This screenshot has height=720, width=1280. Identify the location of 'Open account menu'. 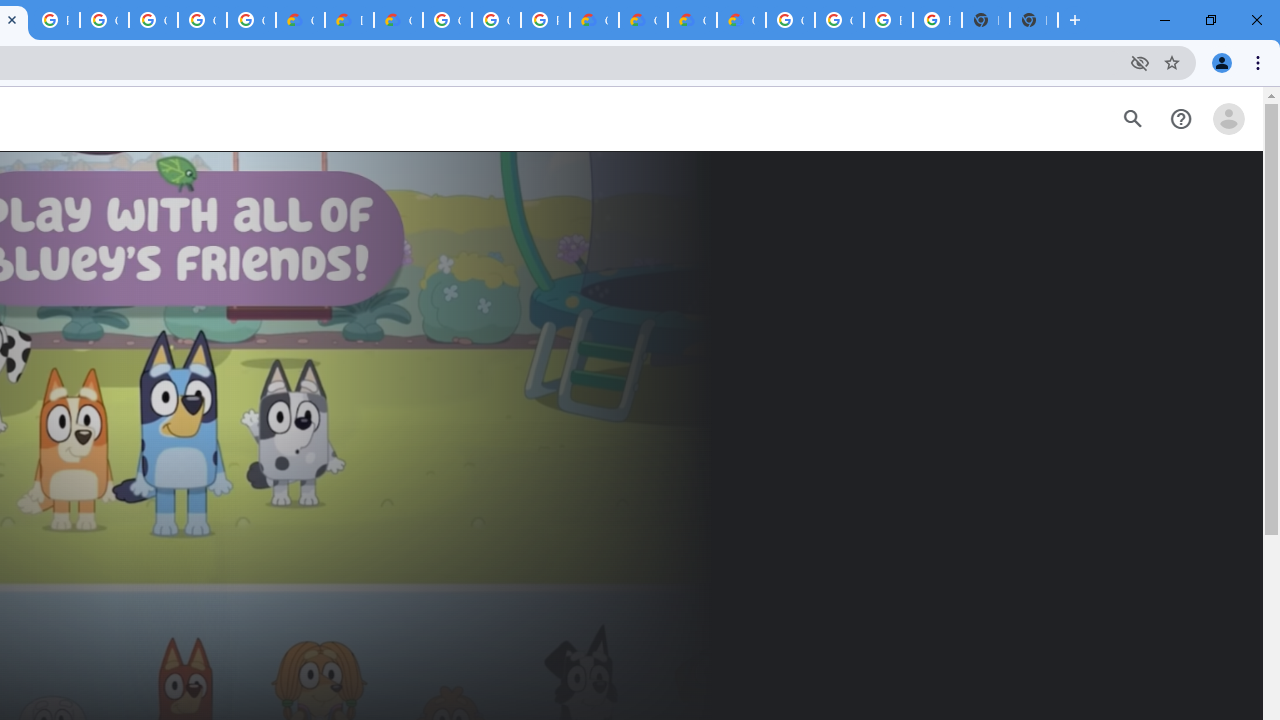
(1227, 119).